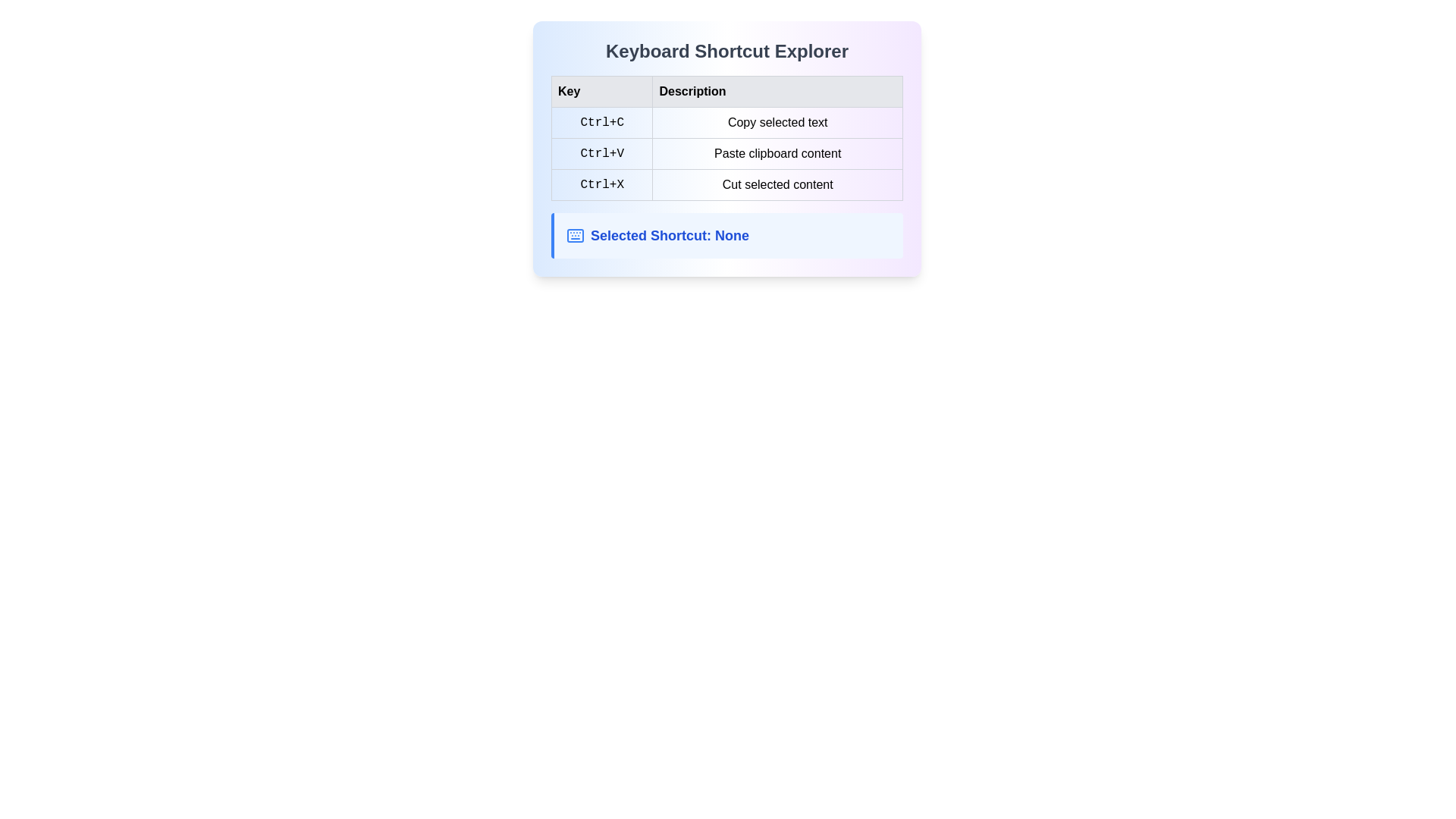  What do you see at coordinates (574, 236) in the screenshot?
I see `the keyboard-related functionality icon located within the panel below the shortcut keys table, preceding the text 'Selected Shortcut: None'` at bounding box center [574, 236].